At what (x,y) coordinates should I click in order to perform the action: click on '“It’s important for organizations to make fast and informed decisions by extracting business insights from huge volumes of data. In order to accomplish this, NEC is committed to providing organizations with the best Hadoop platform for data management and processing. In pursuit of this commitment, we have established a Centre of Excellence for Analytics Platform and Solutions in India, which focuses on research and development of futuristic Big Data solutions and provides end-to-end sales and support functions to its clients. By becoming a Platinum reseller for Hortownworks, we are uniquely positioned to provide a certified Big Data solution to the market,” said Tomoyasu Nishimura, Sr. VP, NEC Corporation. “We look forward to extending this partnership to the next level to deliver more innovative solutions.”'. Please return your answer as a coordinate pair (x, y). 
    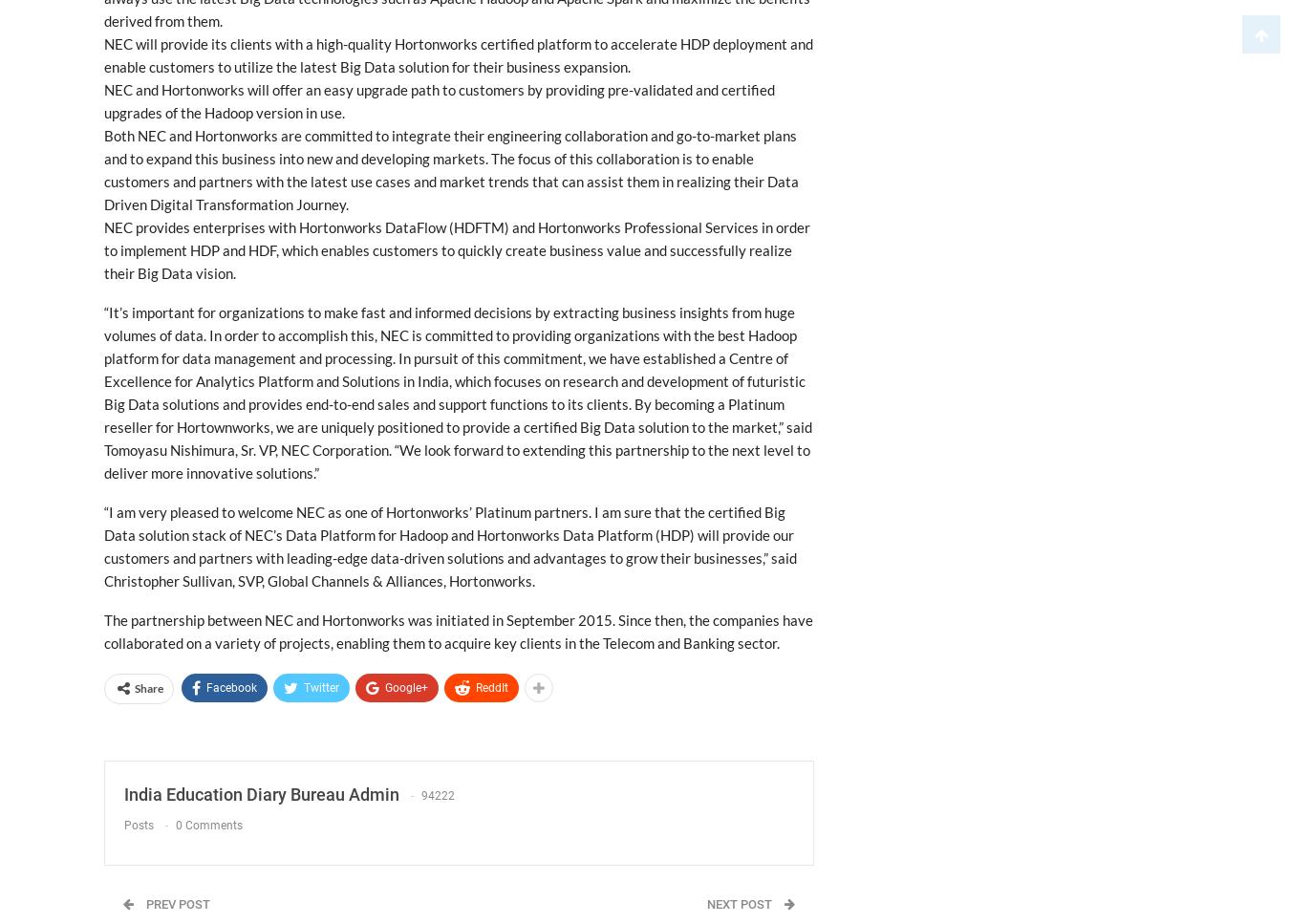
    Looking at the image, I should click on (457, 391).